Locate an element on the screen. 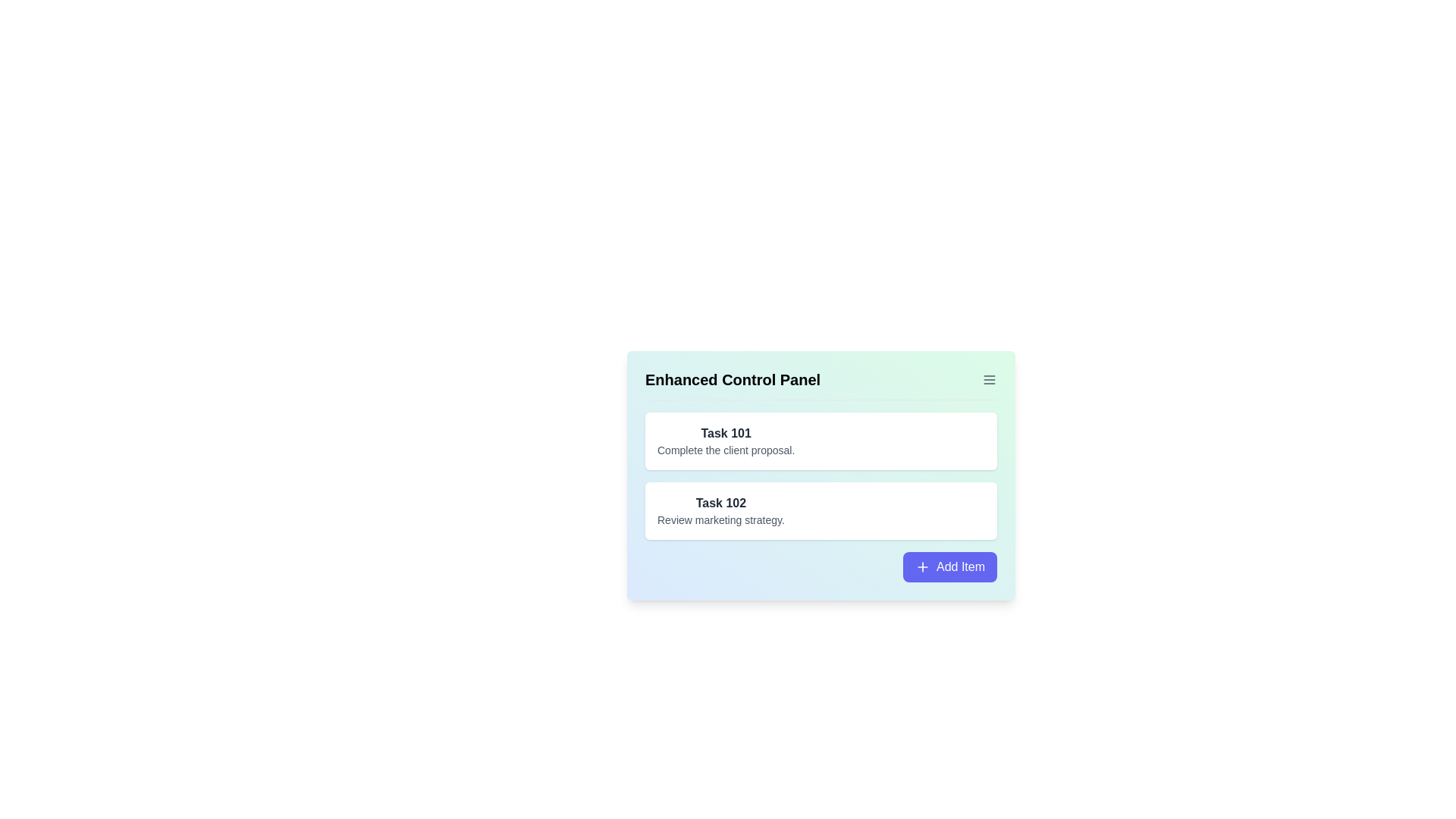 The image size is (1456, 819). the plus icon located to the left of the text 'Add Item' within the button at the bottom-right corner of the card interface is located at coordinates (921, 567).